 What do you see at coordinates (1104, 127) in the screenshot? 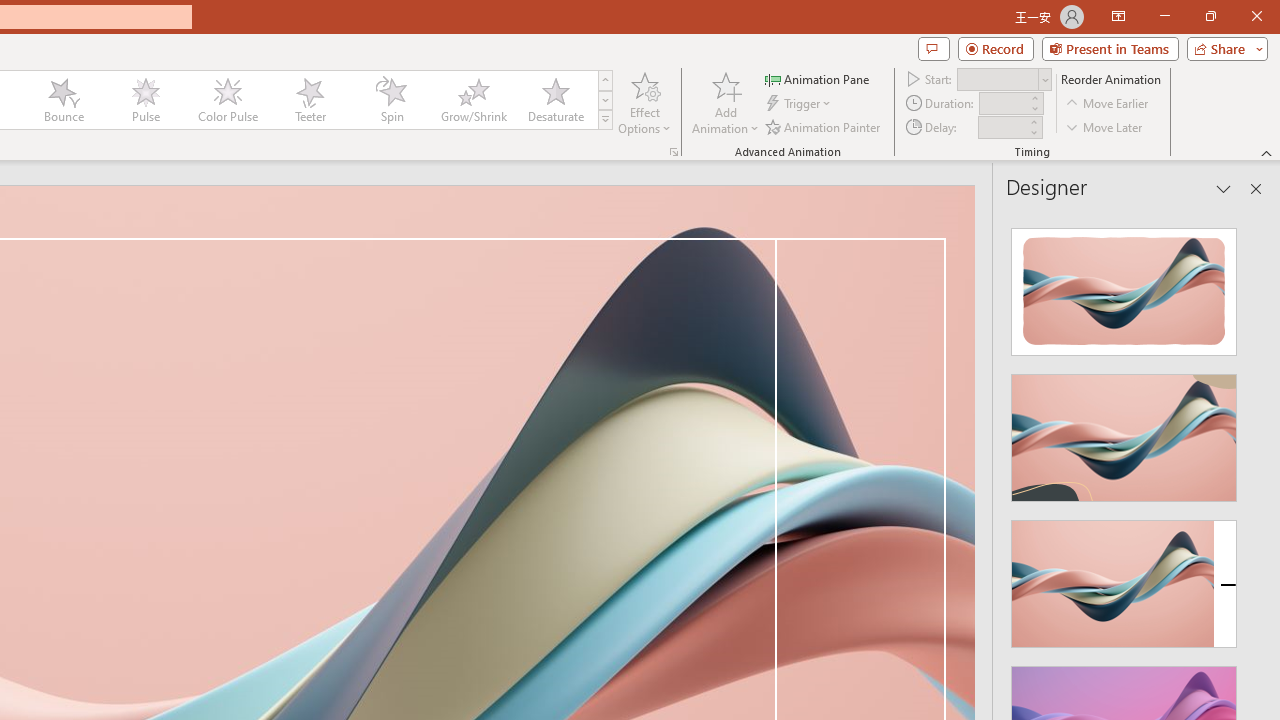
I see `'Move Later'` at bounding box center [1104, 127].